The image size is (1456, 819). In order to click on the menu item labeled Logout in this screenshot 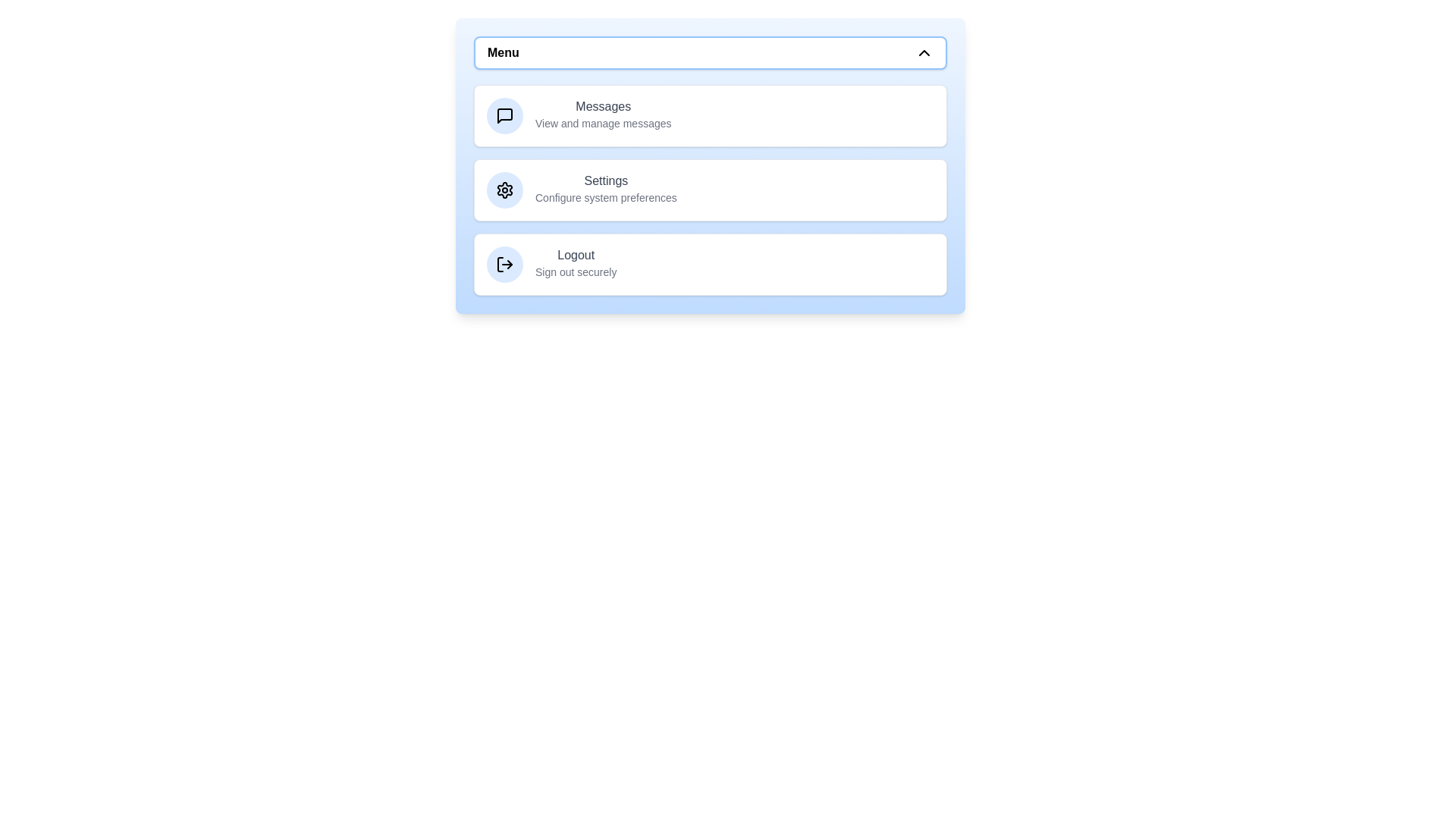, I will do `click(709, 263)`.